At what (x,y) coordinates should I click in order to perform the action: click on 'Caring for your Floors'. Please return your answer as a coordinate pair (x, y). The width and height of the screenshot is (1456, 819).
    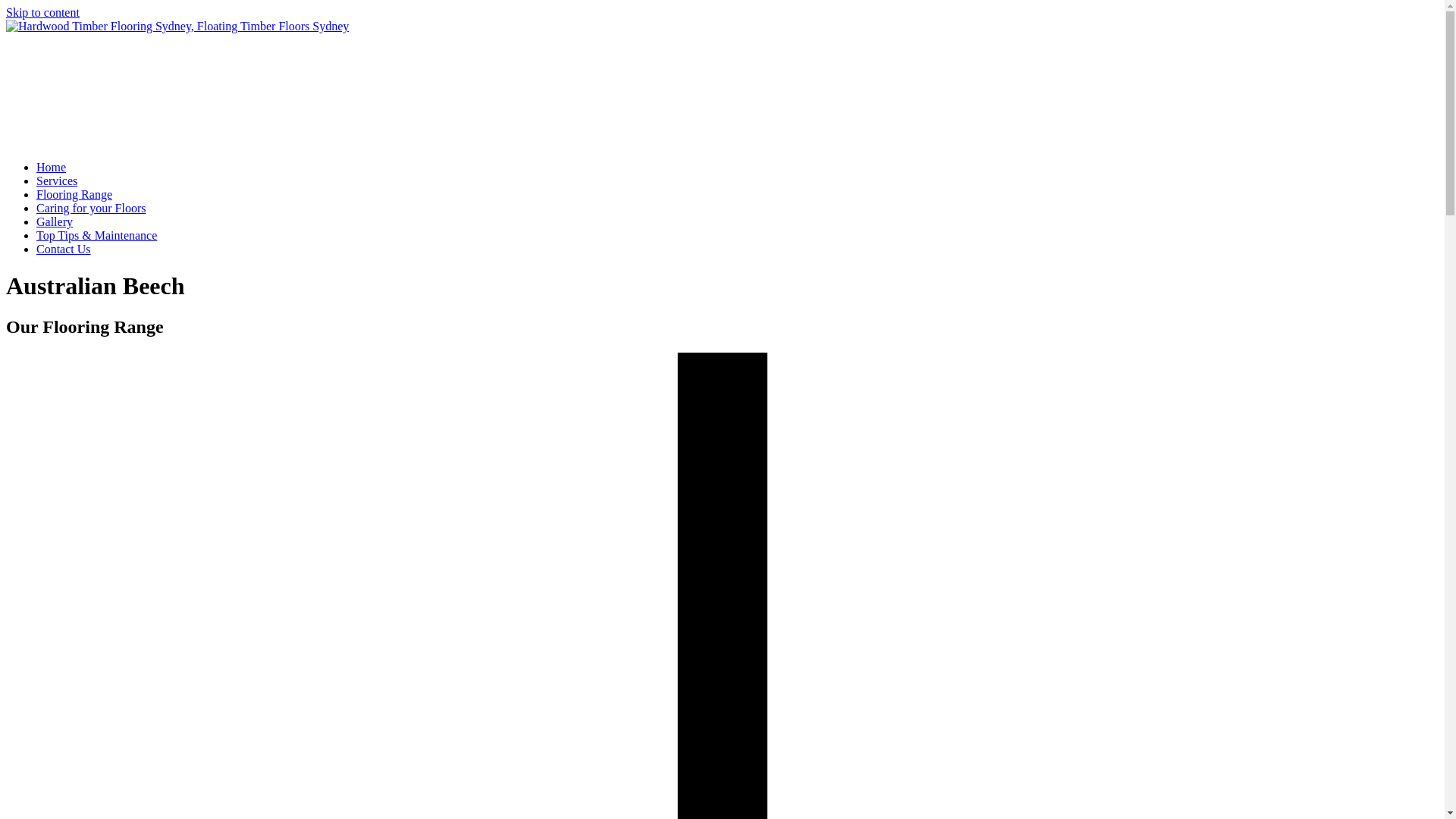
    Looking at the image, I should click on (90, 208).